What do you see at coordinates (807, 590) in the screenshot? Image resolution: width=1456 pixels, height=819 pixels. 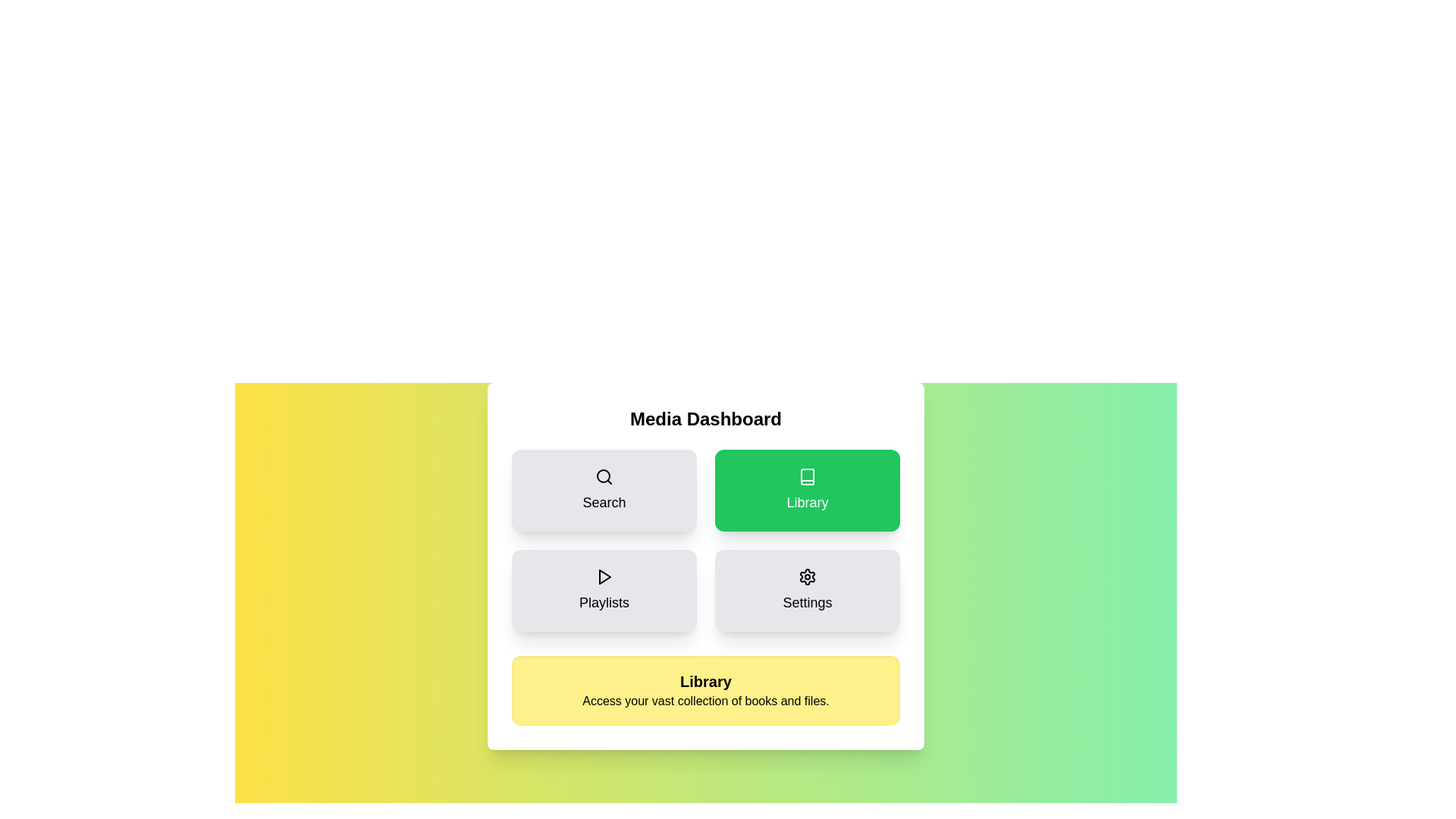 I see `the Settings button to observe the hover effect` at bounding box center [807, 590].